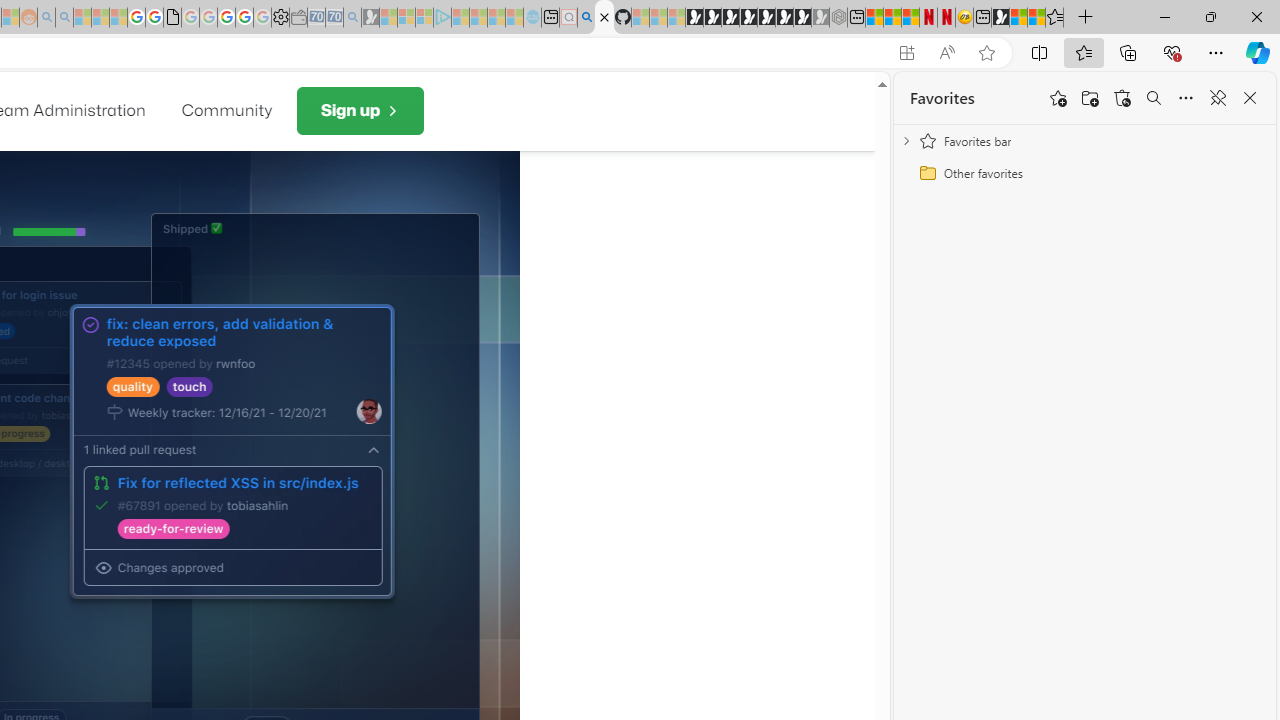 This screenshot has width=1280, height=720. Describe the element at coordinates (1128, 51) in the screenshot. I see `'Collections'` at that location.